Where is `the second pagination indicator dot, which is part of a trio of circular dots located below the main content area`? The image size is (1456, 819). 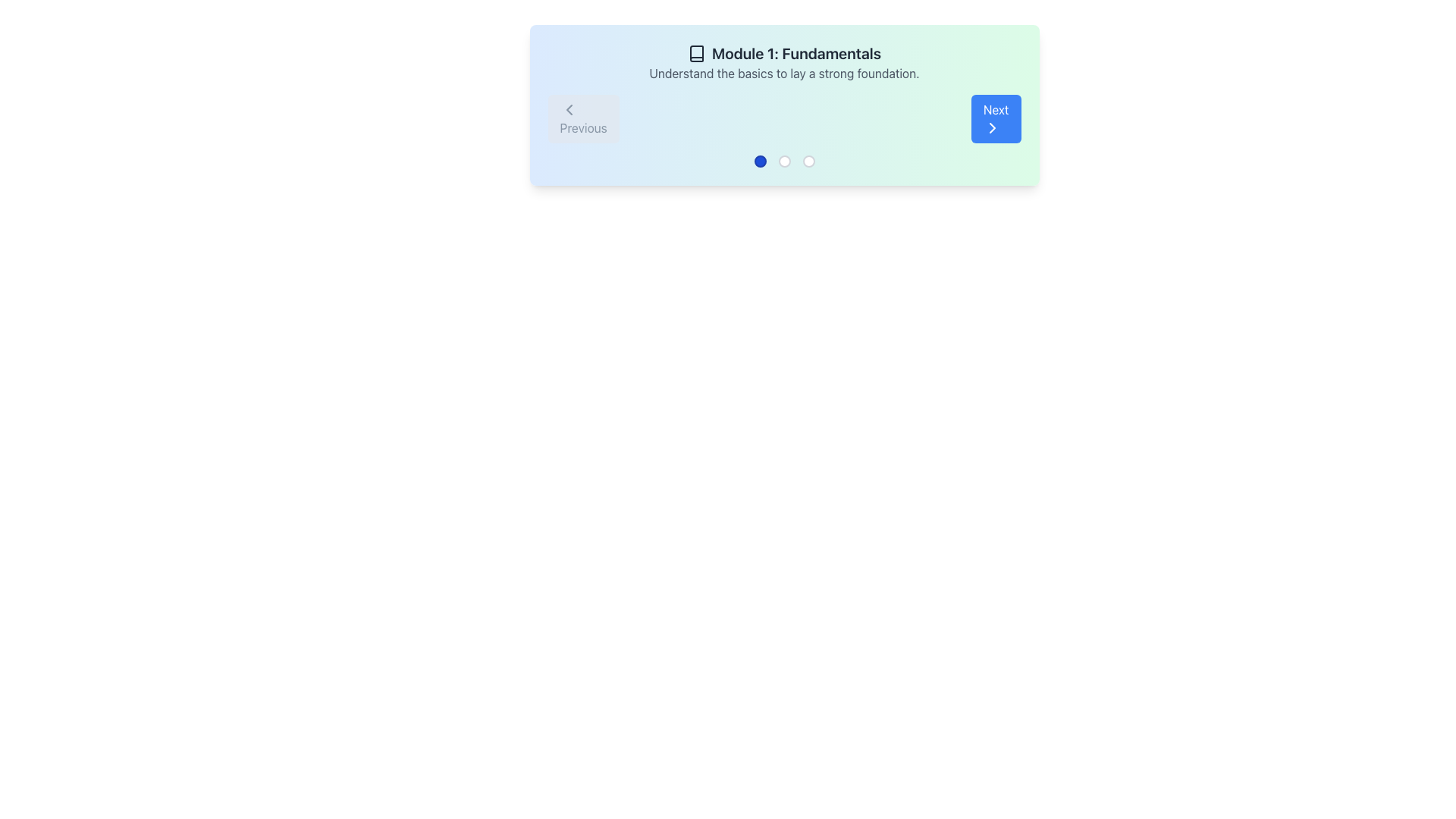
the second pagination indicator dot, which is part of a trio of circular dots located below the main content area is located at coordinates (784, 161).